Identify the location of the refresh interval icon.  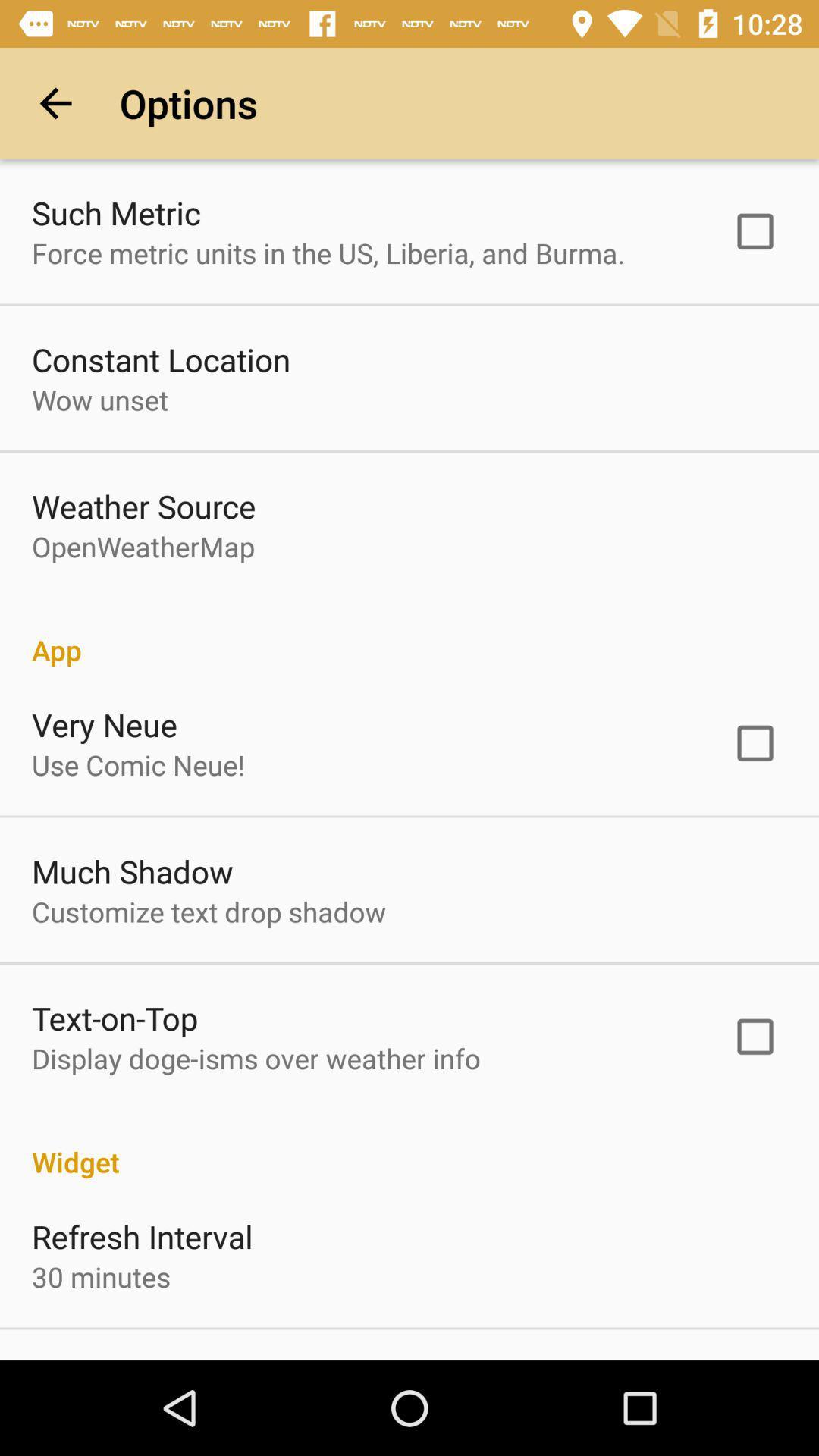
(142, 1236).